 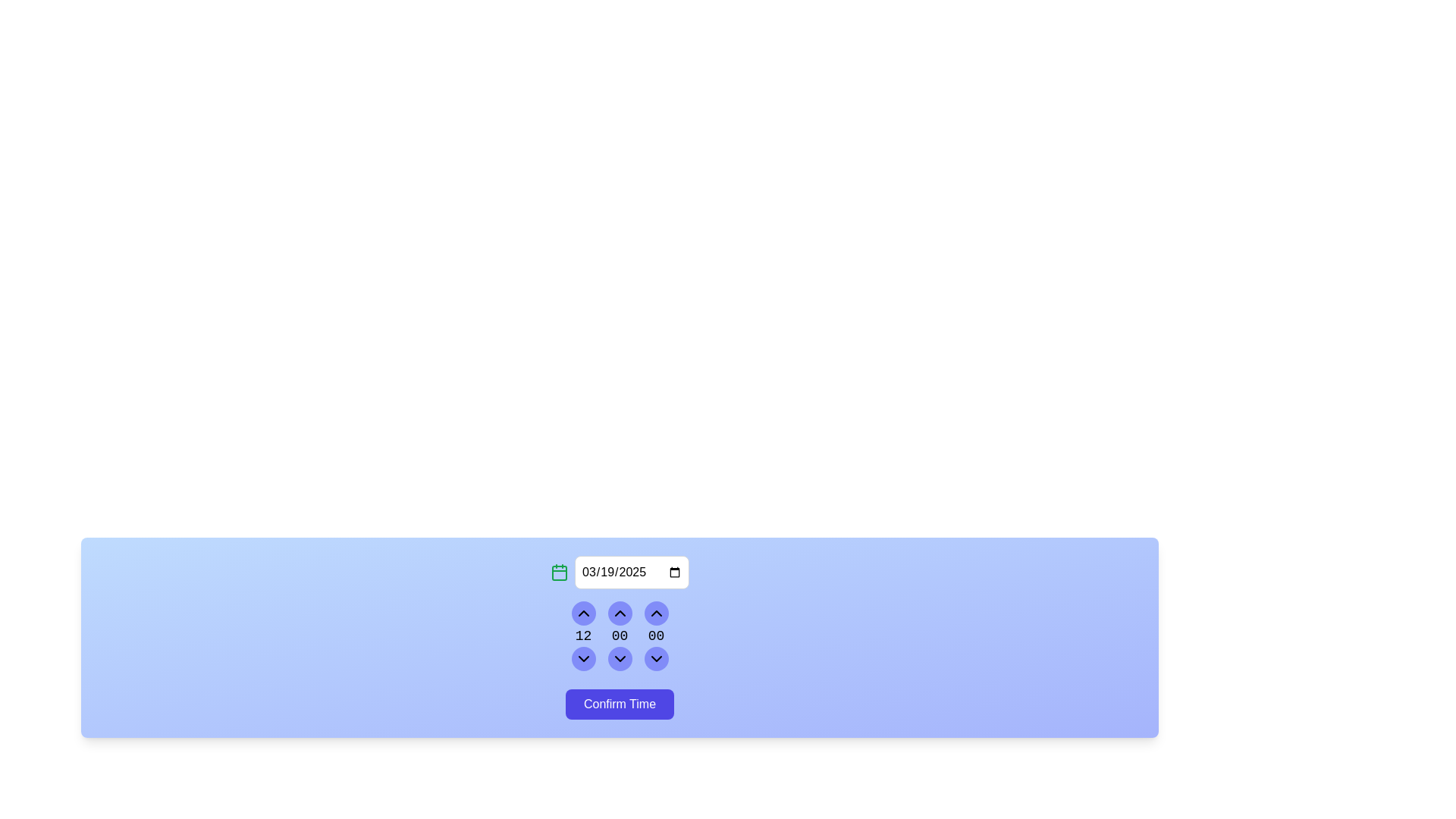 I want to click on the upward control button for increasing the 'minutes' value in the time selection interface to observe hover effects, so click(x=656, y=613).